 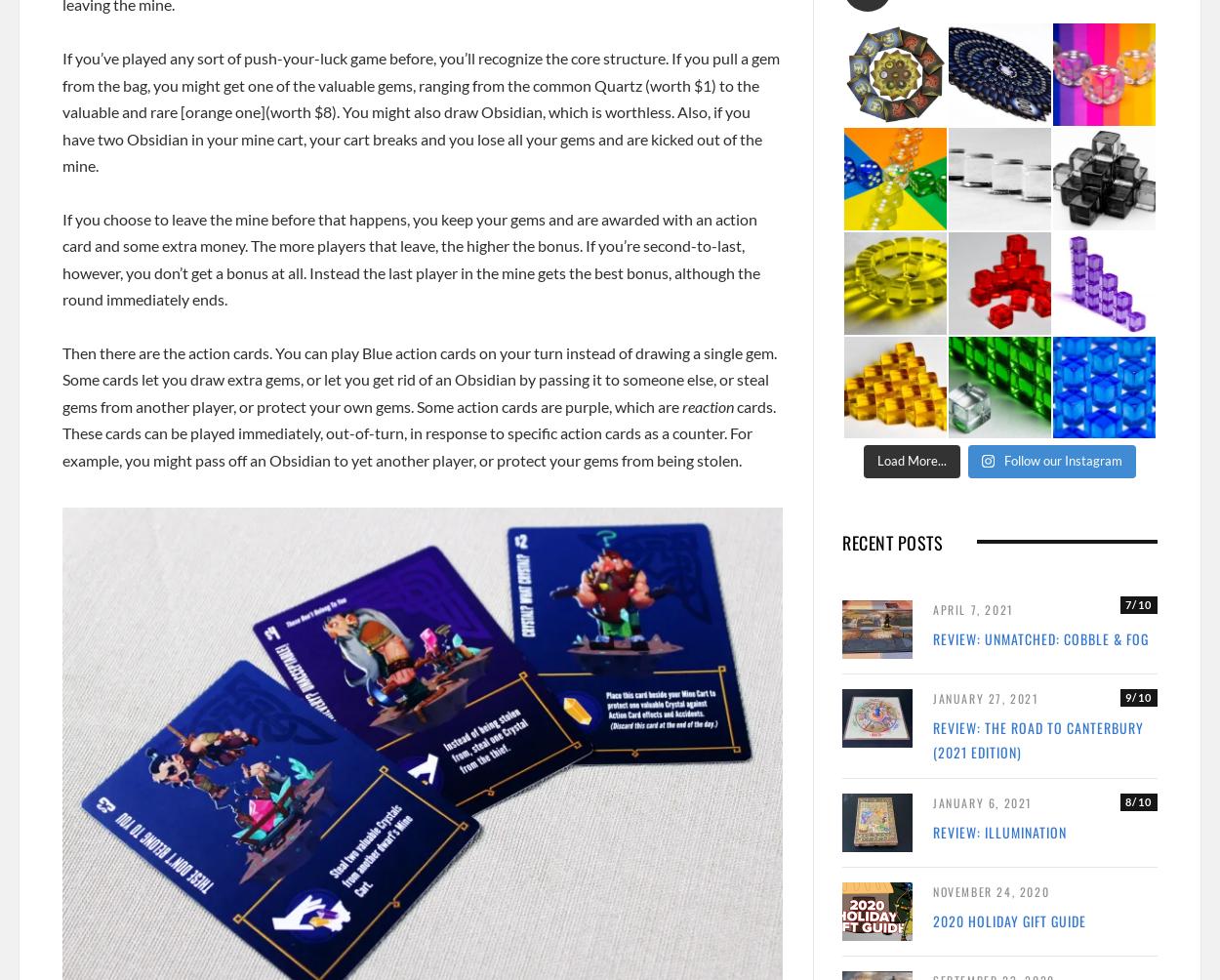 I want to click on 'Review: The Road to Canterbury (2021 Edition)', so click(x=1037, y=739).